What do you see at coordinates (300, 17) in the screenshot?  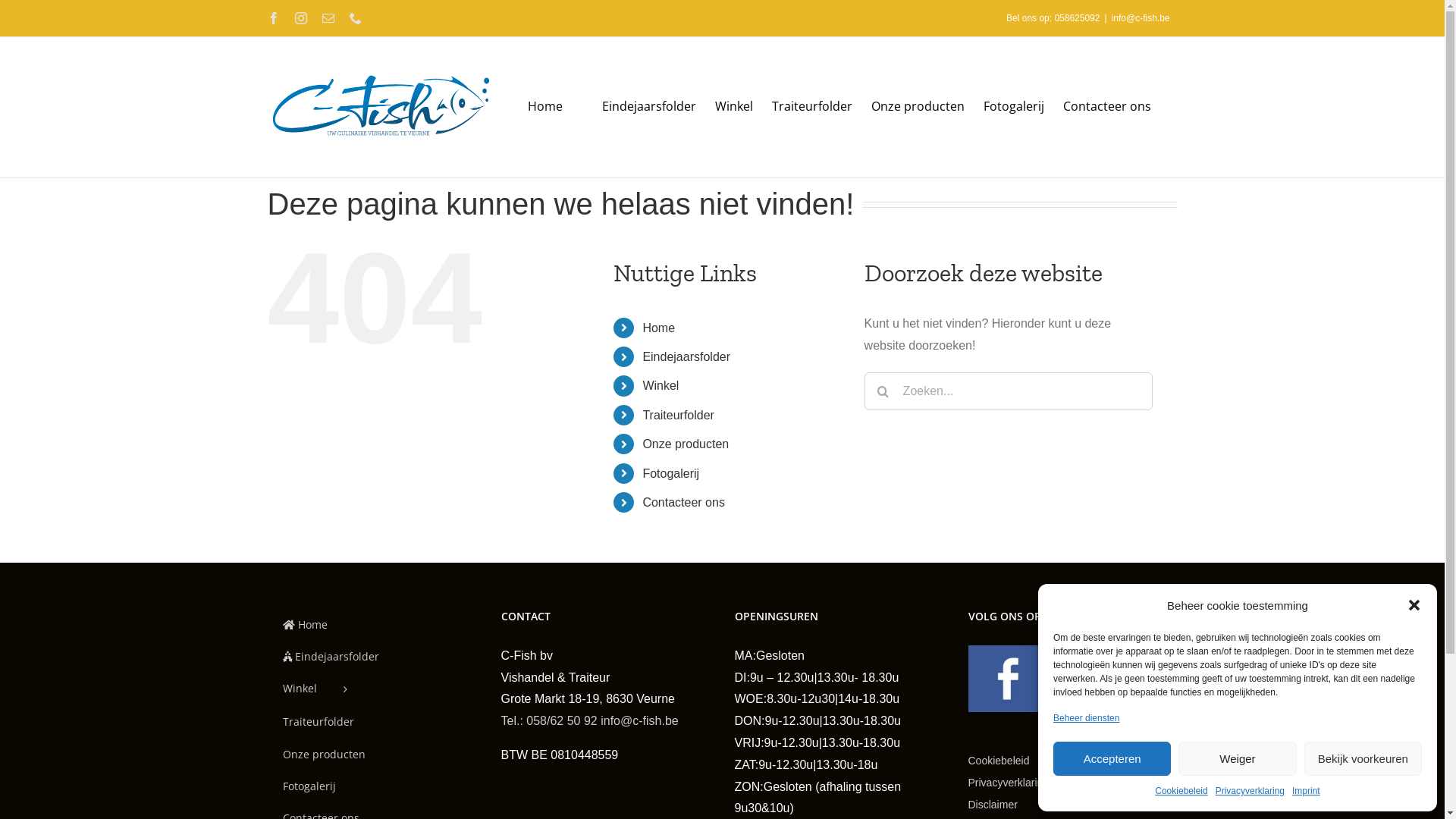 I see `'Instagram'` at bounding box center [300, 17].